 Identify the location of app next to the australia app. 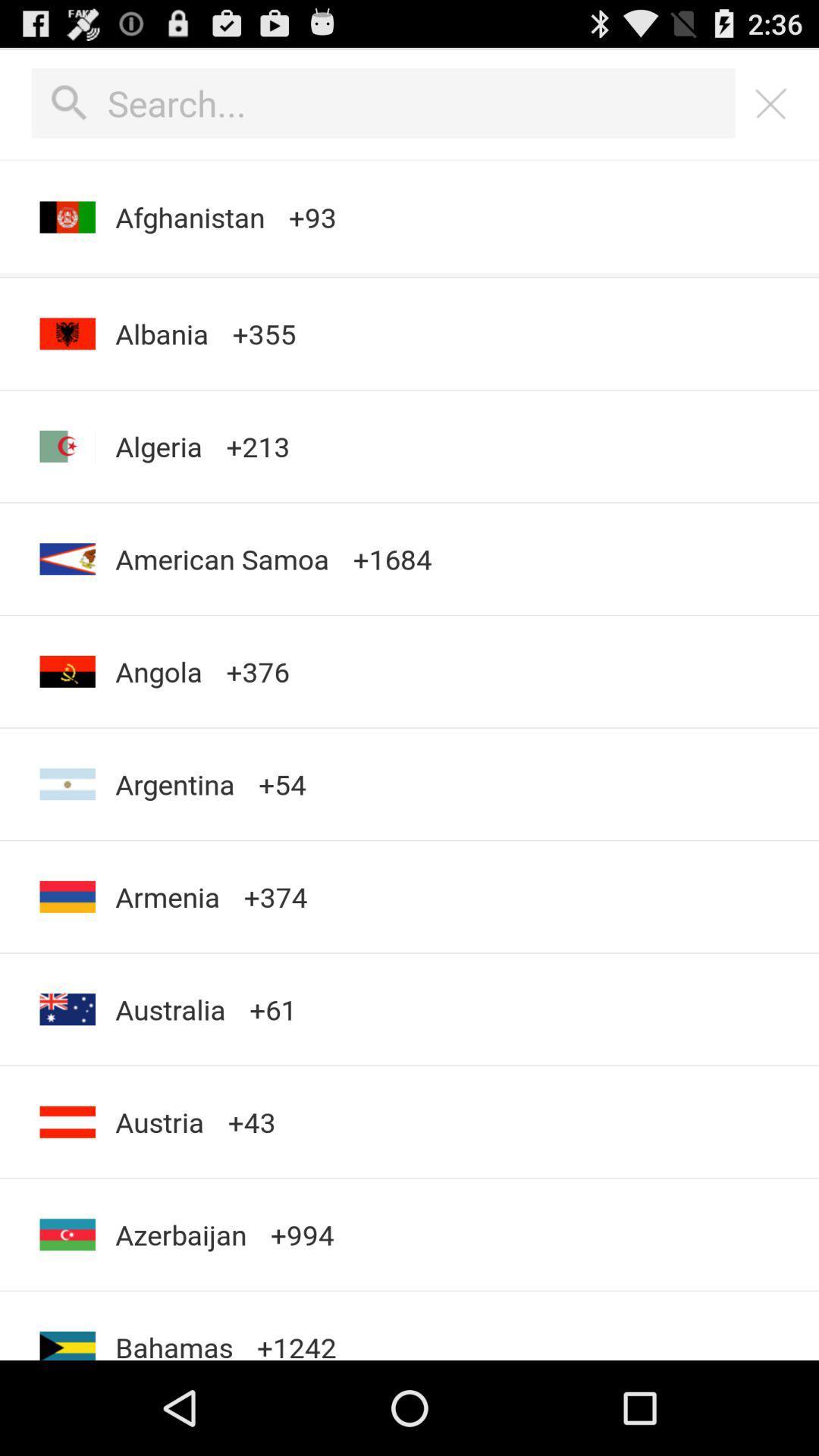
(273, 1009).